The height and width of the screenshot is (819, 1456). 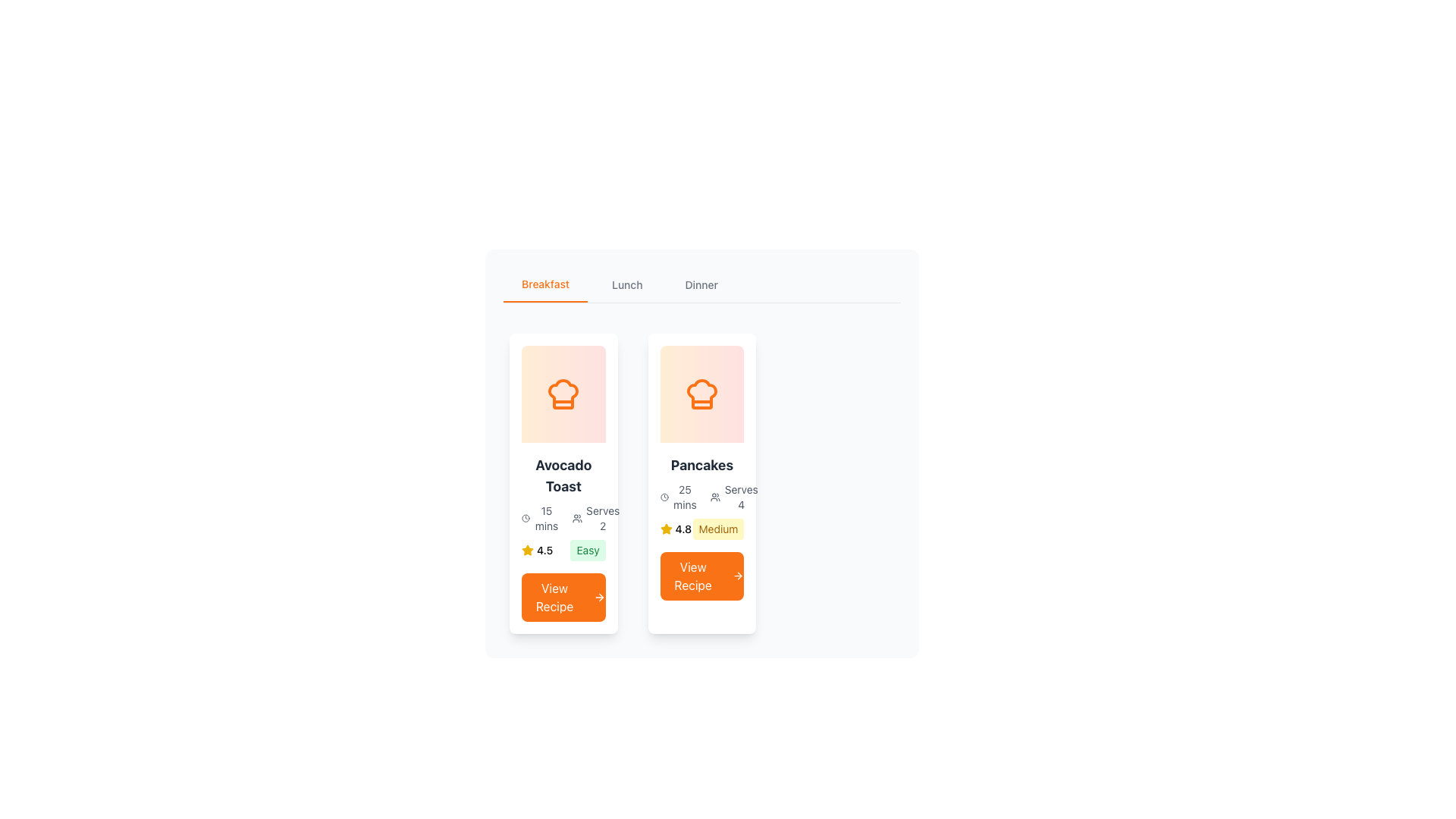 What do you see at coordinates (714, 497) in the screenshot?
I see `the servings icon located to the left of the 'Serves 4' text, which visually represents the servings concept` at bounding box center [714, 497].